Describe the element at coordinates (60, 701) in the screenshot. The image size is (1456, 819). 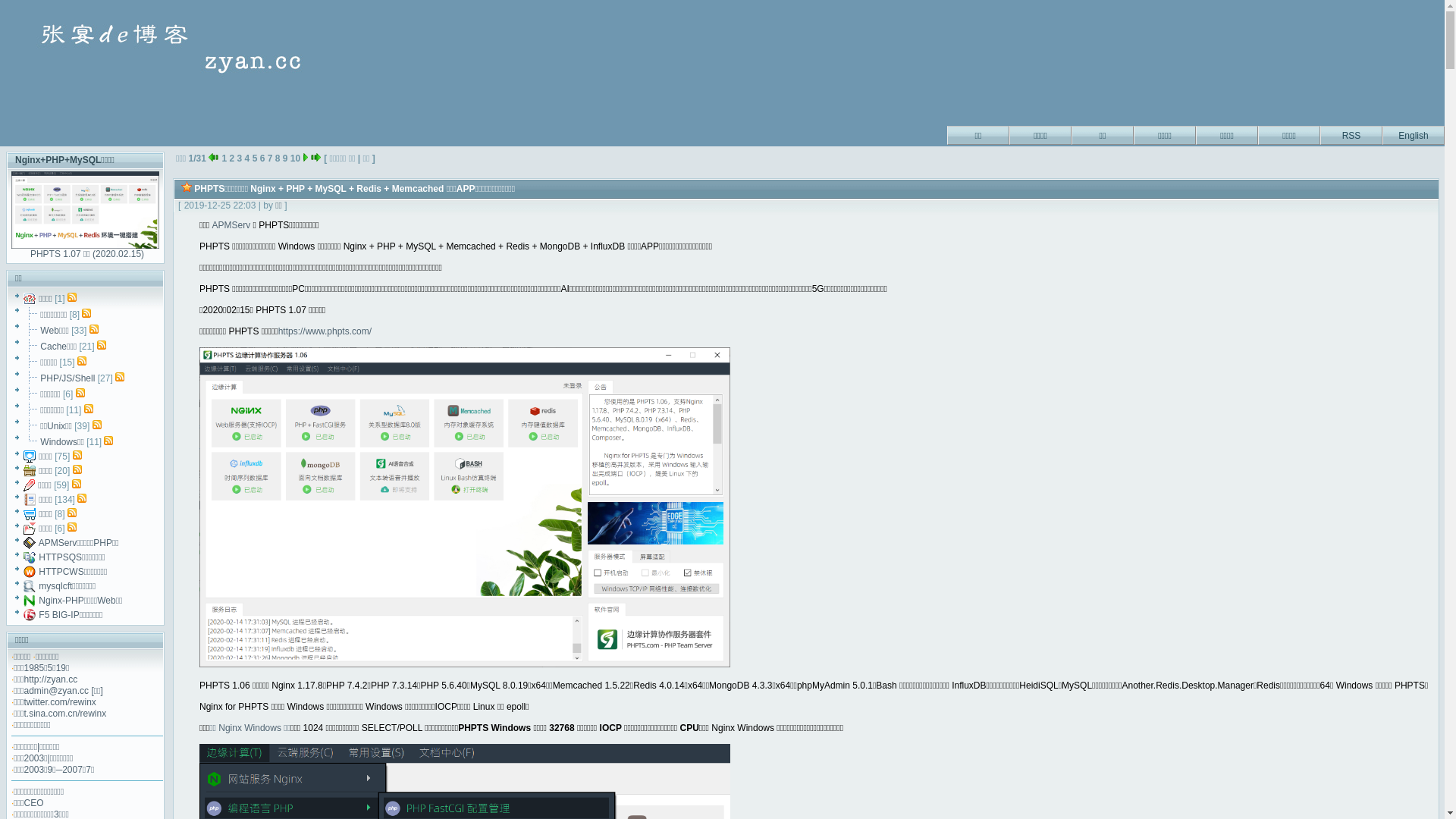
I see `'twitter.com/rewinx'` at that location.